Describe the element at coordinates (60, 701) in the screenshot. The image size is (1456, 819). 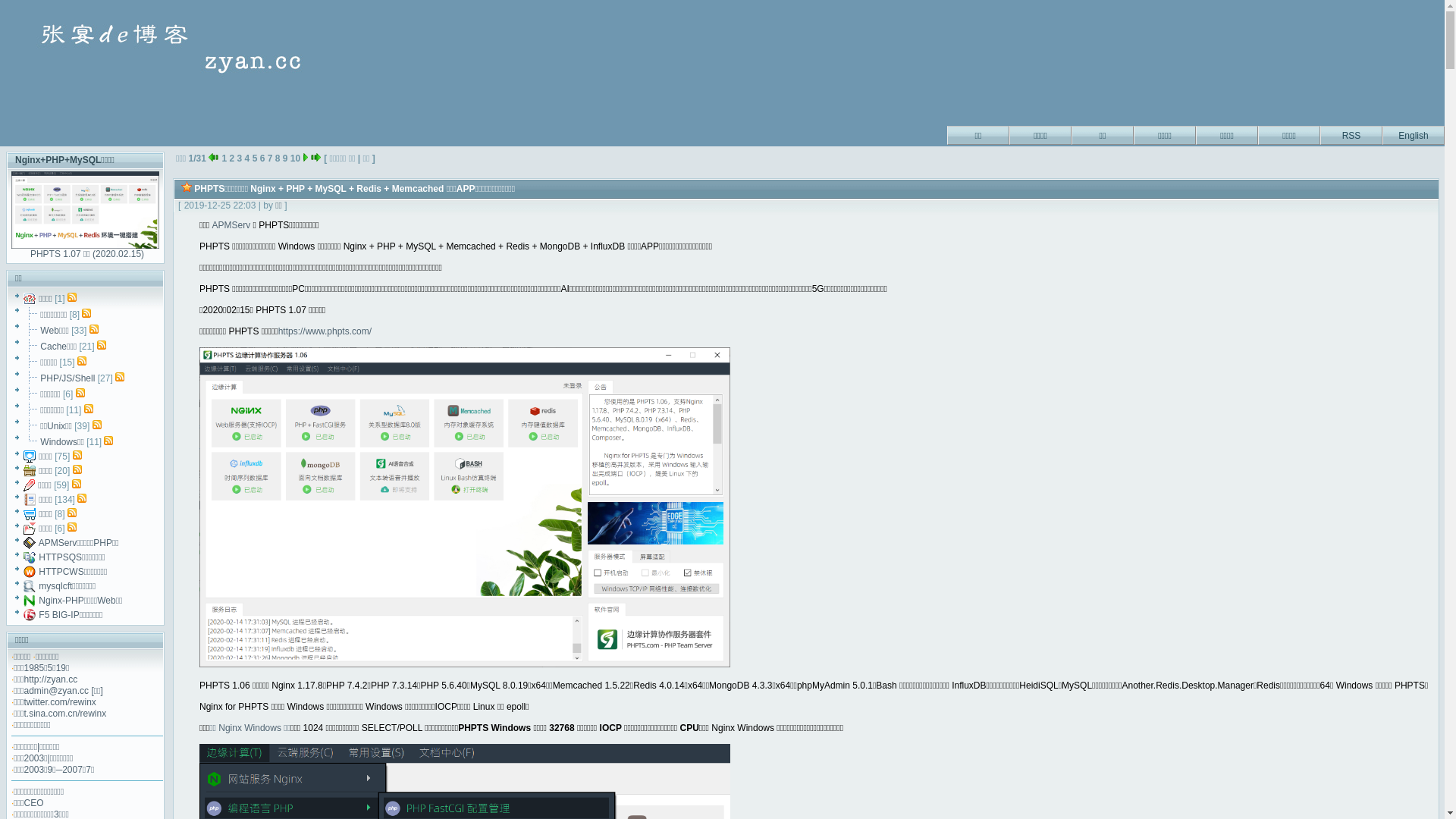
I see `'twitter.com/rewinx'` at that location.